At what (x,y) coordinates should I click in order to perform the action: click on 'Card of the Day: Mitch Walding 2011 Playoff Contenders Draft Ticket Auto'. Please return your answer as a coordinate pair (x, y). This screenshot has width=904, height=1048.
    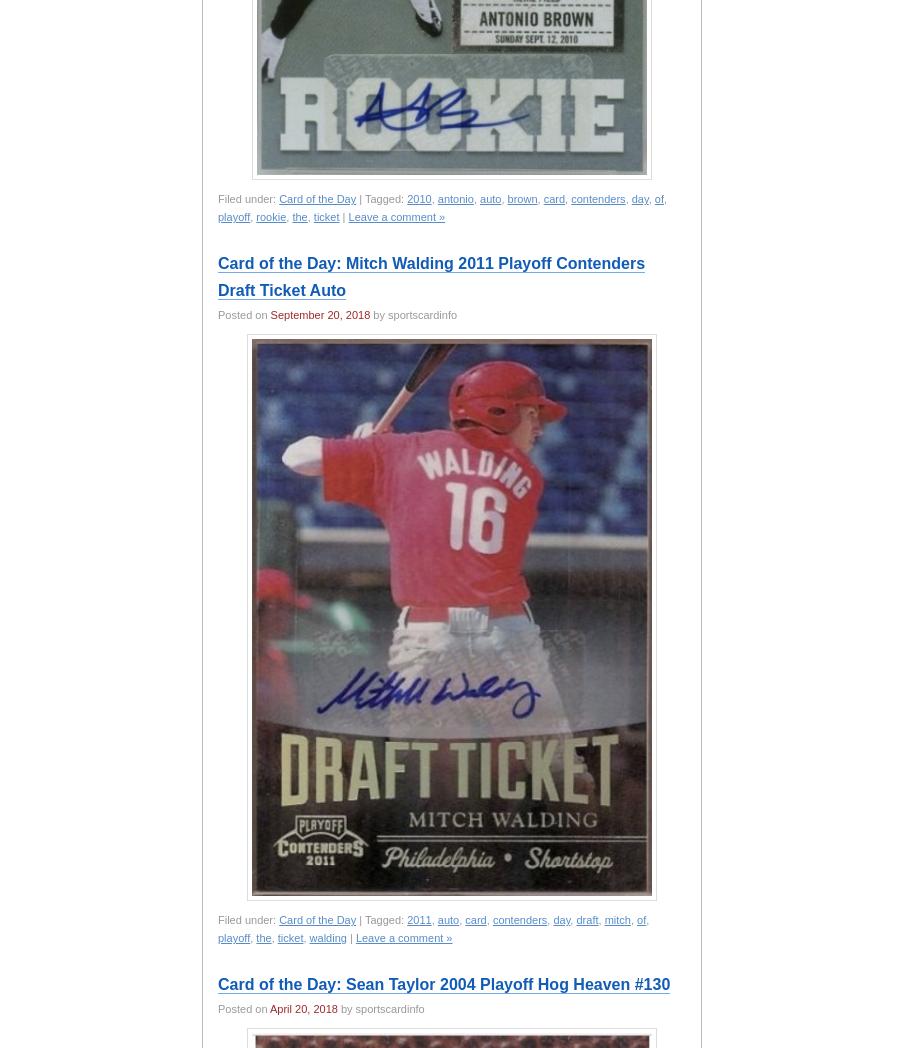
    Looking at the image, I should click on (431, 275).